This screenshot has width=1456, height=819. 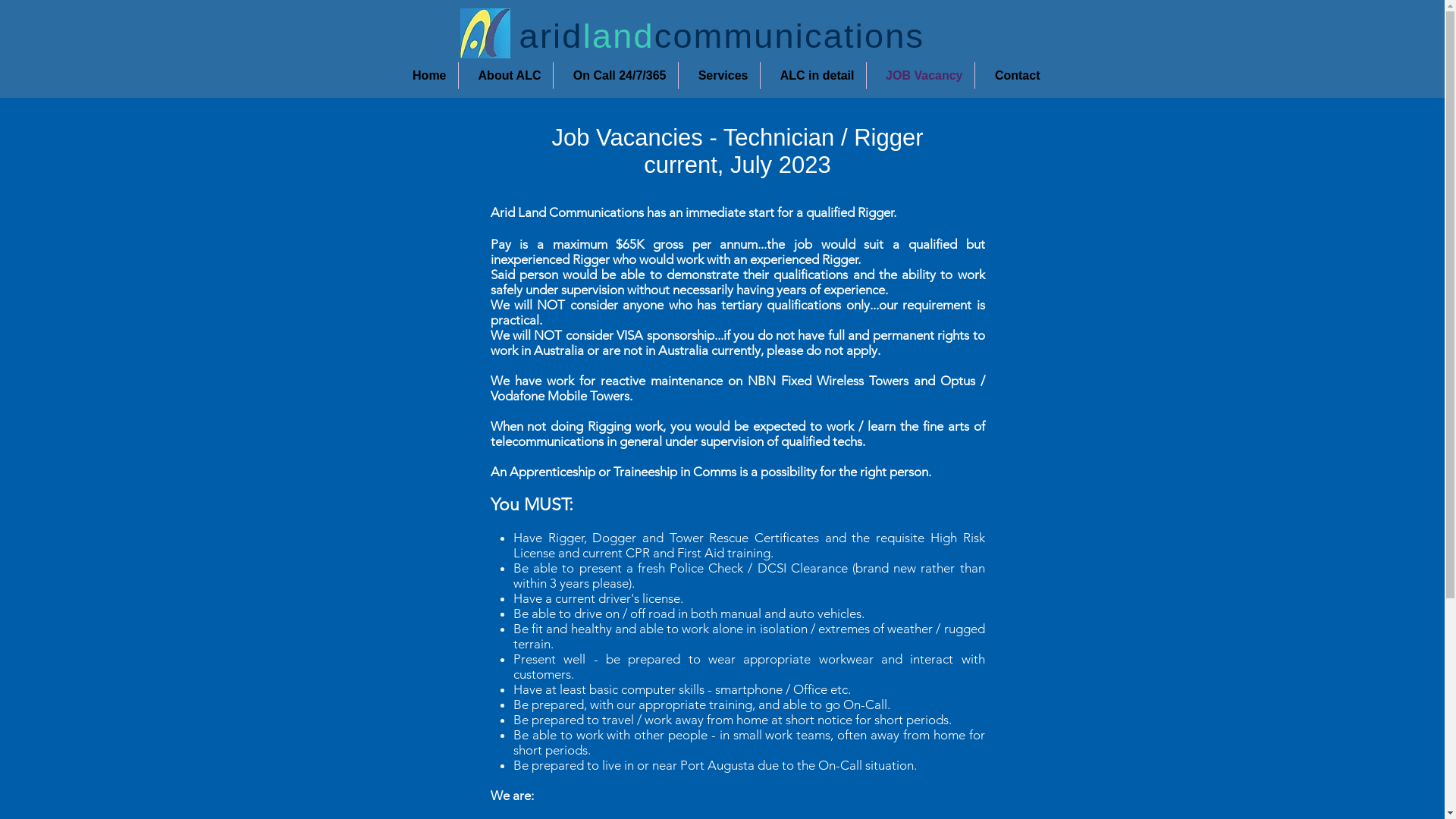 I want to click on 'JOB Vacancy', so click(x=866, y=75).